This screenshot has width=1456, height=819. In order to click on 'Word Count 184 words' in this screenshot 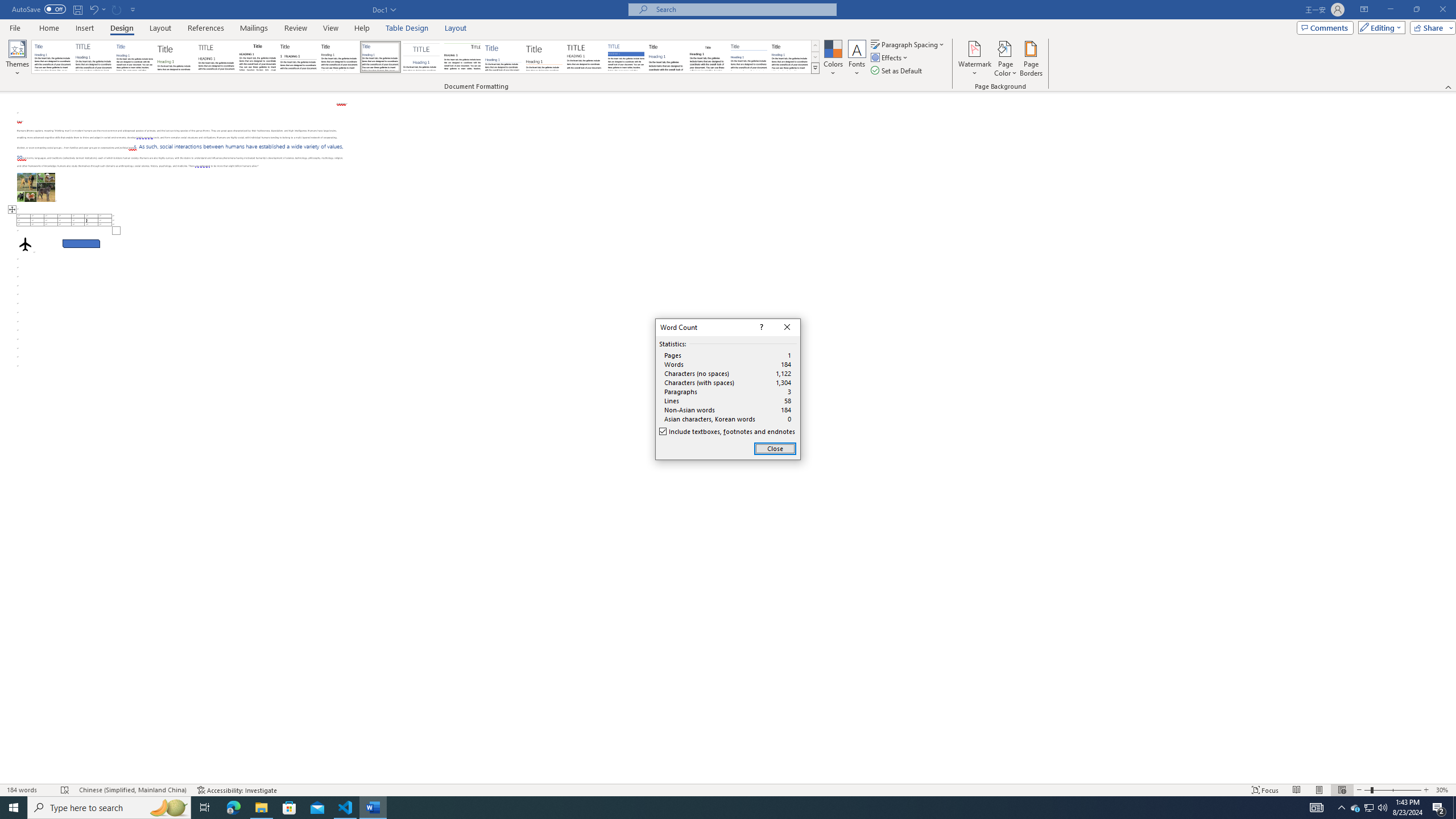, I will do `click(28, 790)`.